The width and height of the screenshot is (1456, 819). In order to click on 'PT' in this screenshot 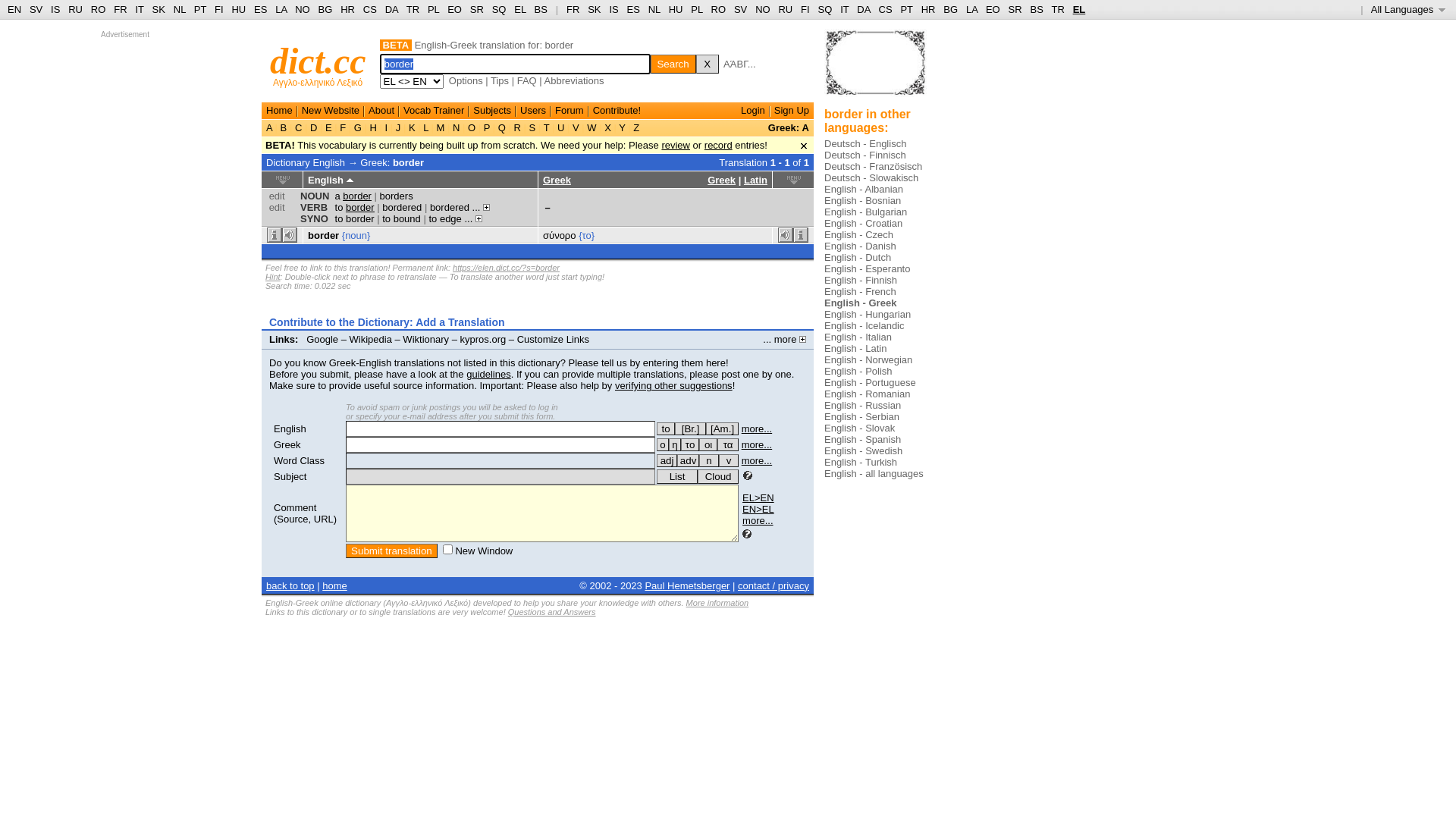, I will do `click(199, 9)`.